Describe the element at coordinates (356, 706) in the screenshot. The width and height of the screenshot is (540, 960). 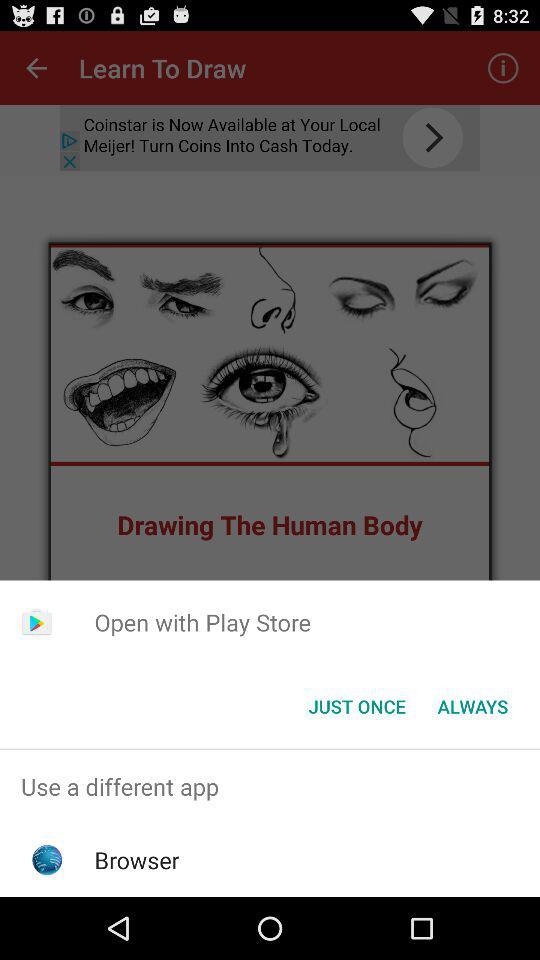
I see `the button to the left of always icon` at that location.